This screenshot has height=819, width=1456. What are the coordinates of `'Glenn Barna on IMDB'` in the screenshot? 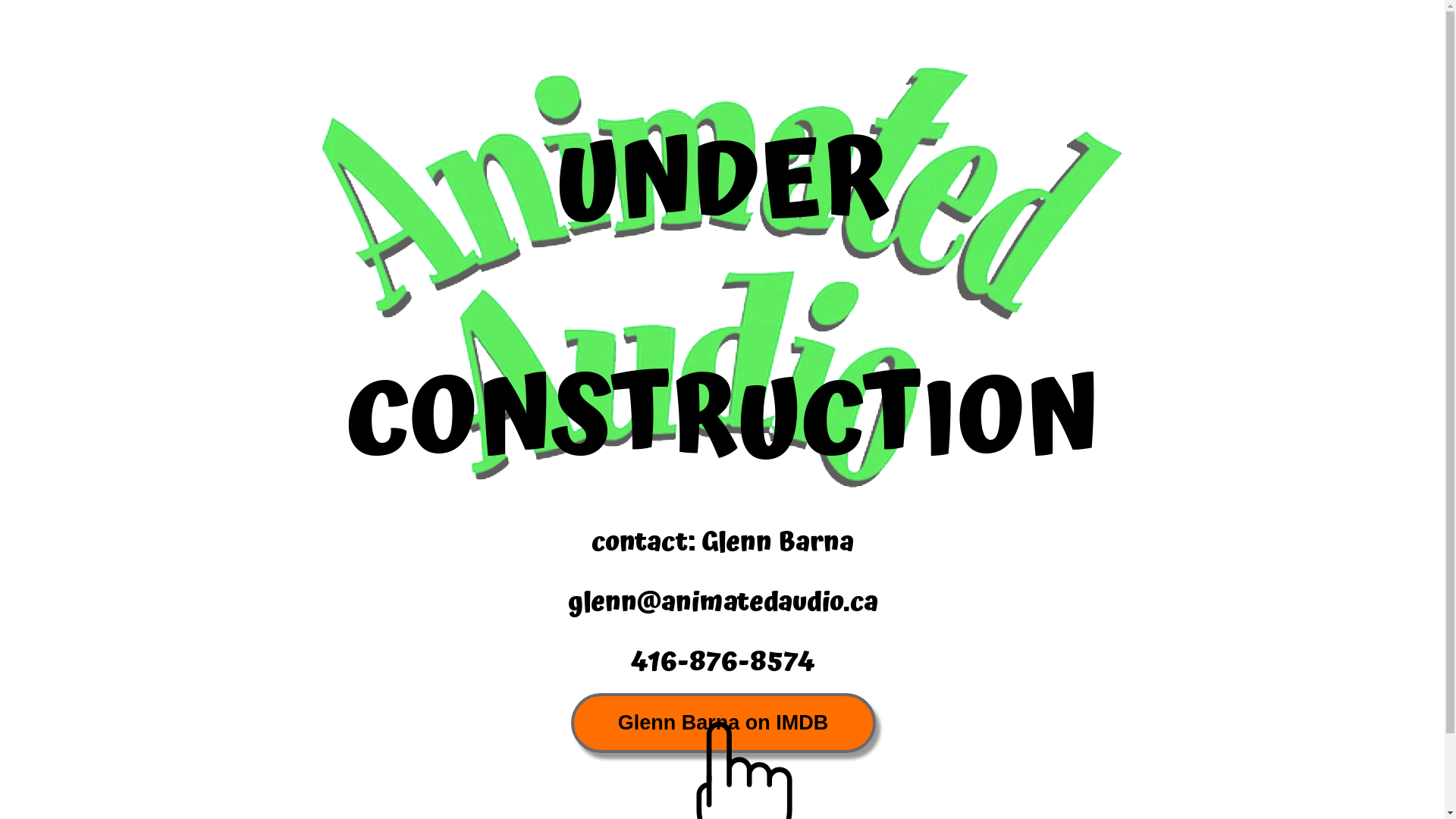 It's located at (722, 722).